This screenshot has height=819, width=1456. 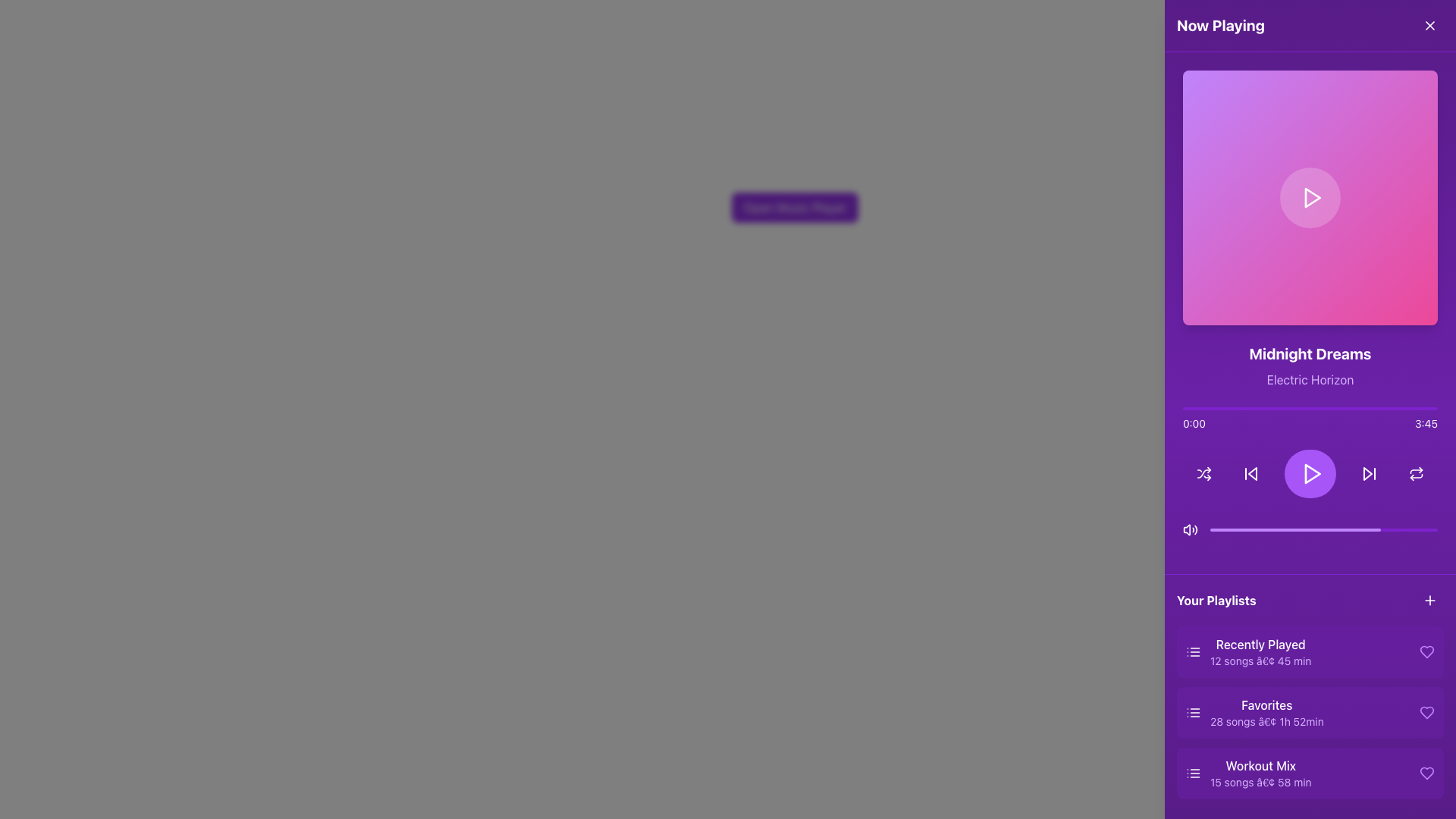 I want to click on the playback progress, so click(x=1391, y=529).